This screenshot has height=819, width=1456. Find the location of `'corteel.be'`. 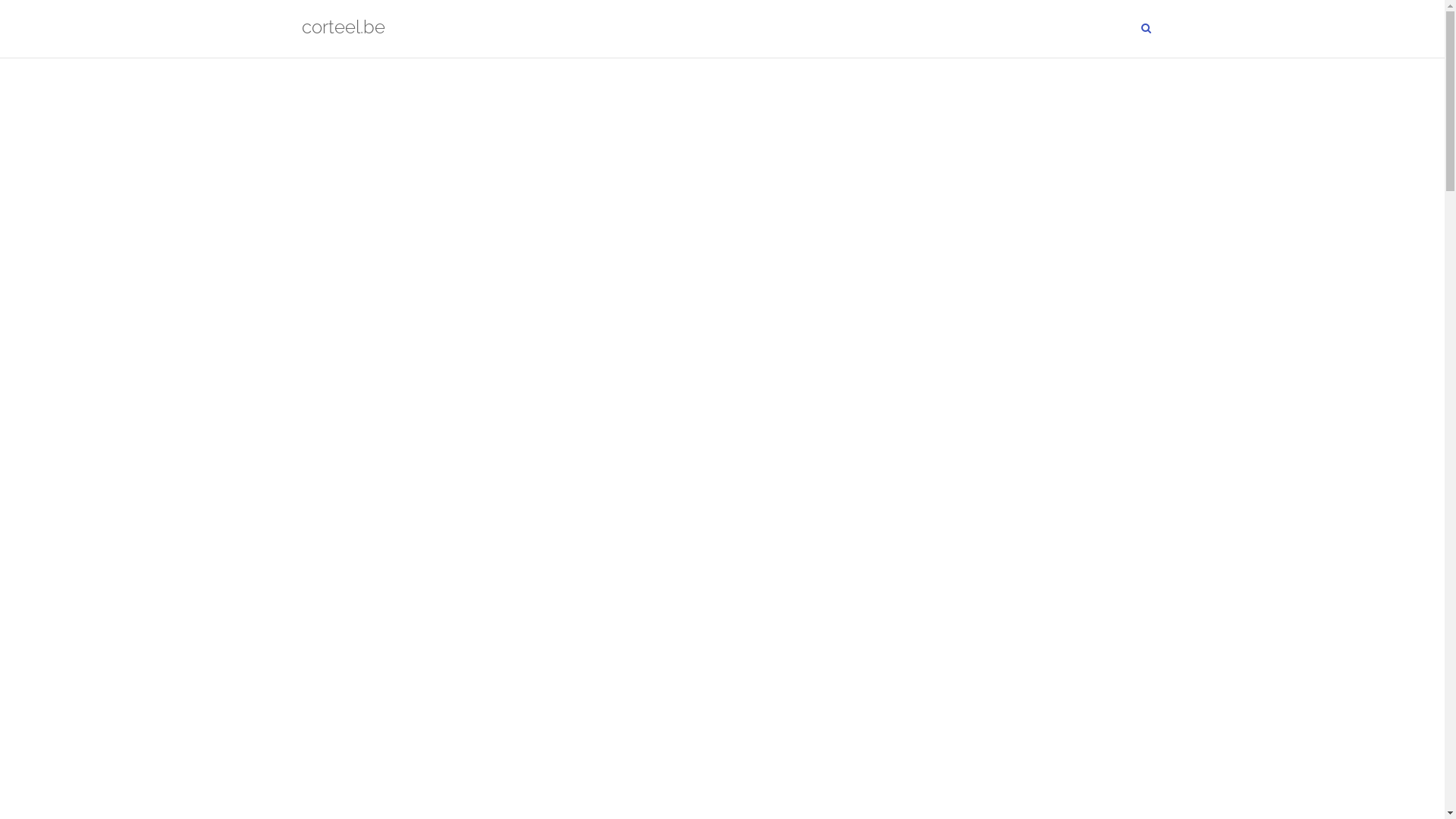

'corteel.be' is located at coordinates (342, 29).